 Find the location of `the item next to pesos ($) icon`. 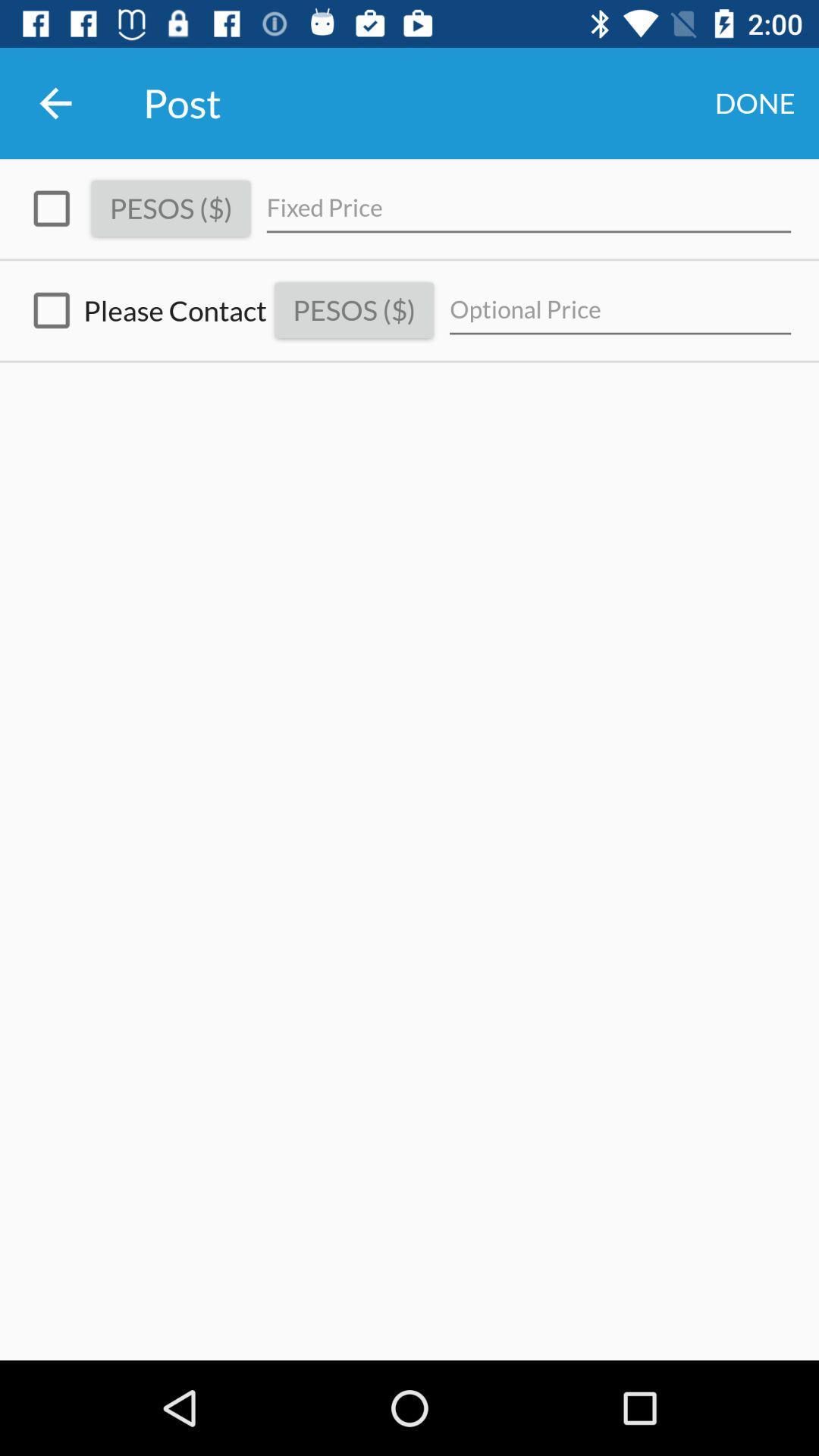

the item next to pesos ($) icon is located at coordinates (528, 208).